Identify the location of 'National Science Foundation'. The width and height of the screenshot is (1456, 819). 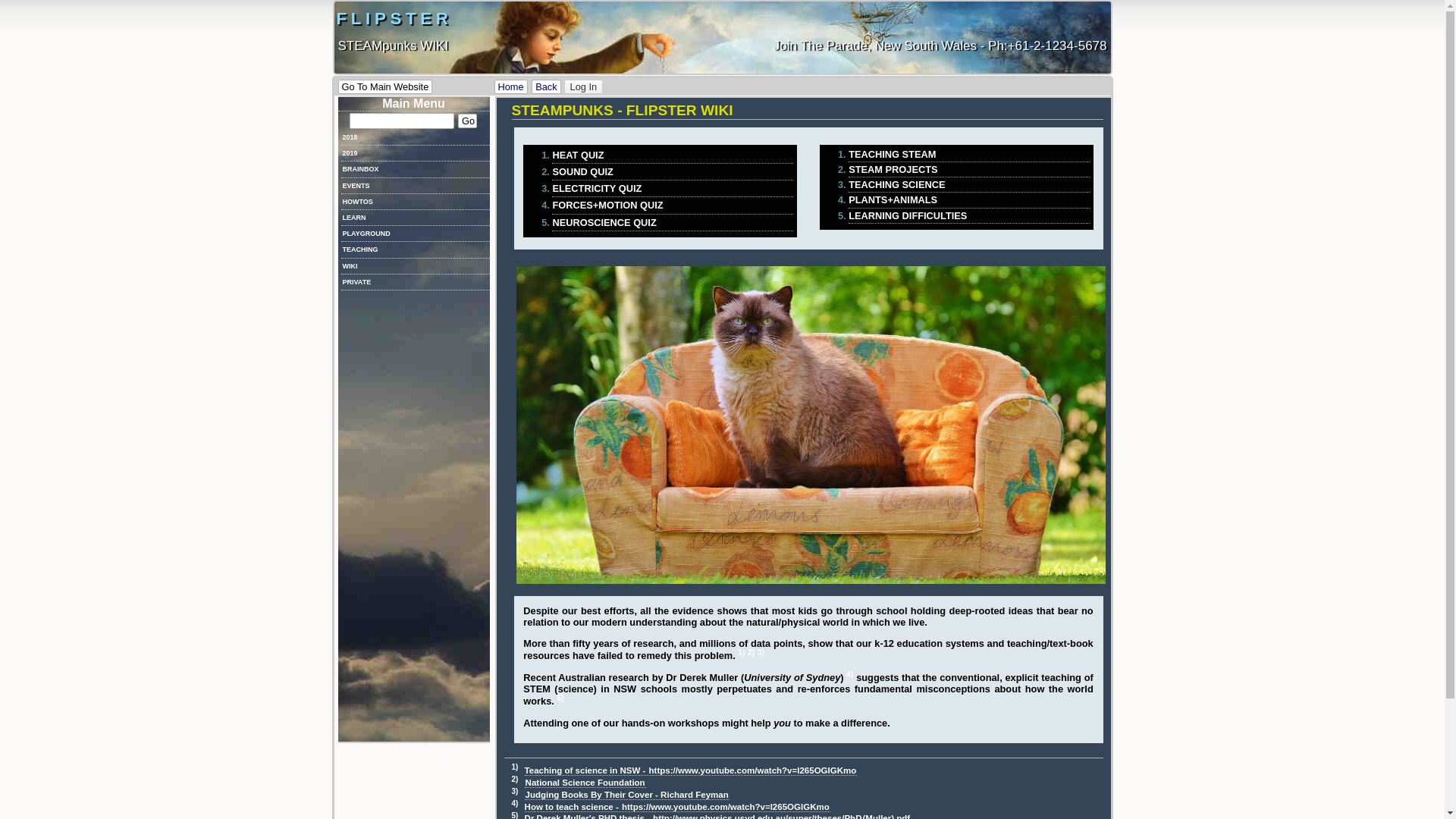
(585, 783).